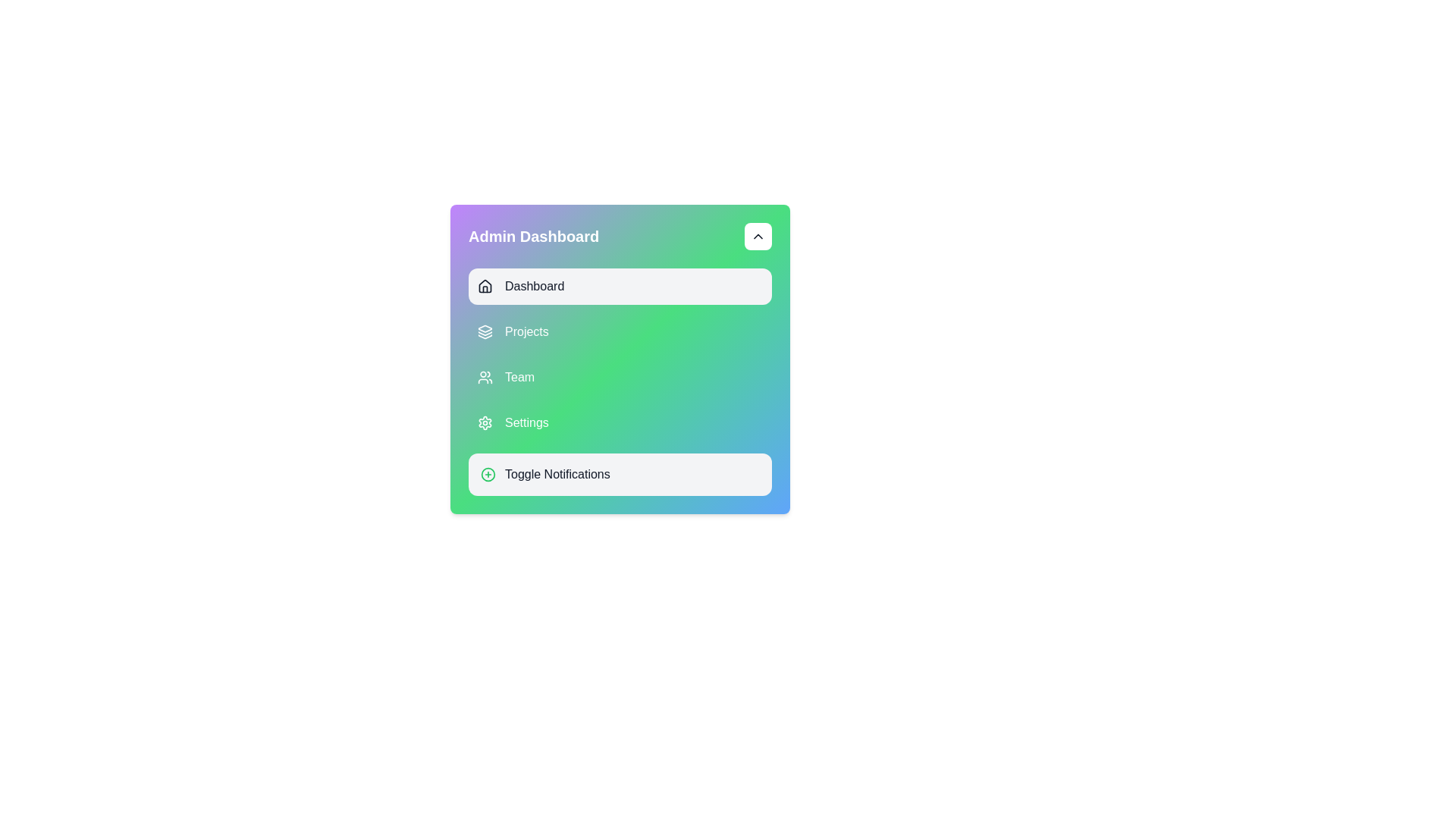  What do you see at coordinates (484, 376) in the screenshot?
I see `the SVG Icon representing a group of users, which is positioned to the left of the text 'Team' in the side navigation menu` at bounding box center [484, 376].